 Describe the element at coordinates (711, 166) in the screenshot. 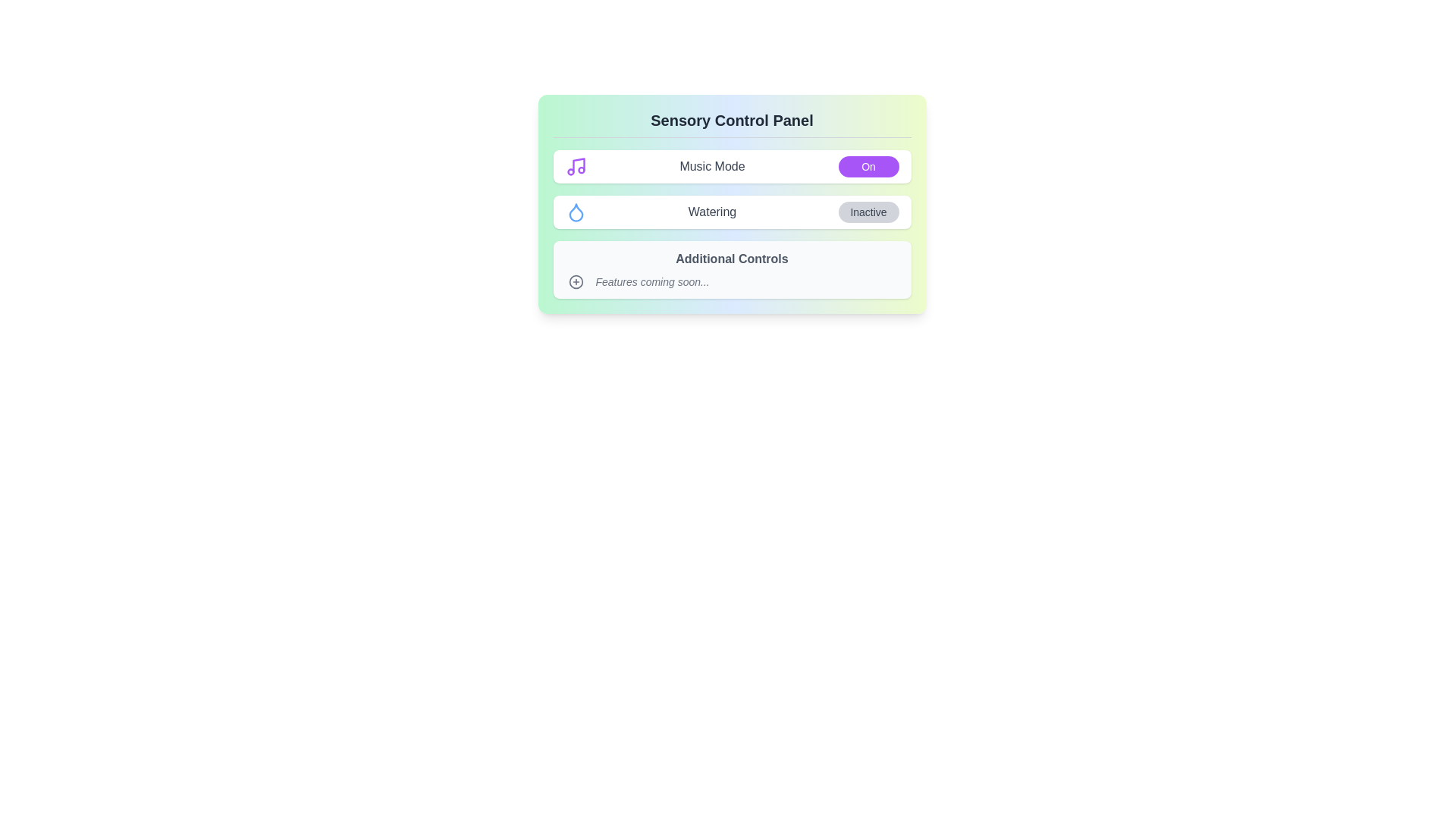

I see `the 'Music Mode' label in the Sensory Control Panel, which is located at the top of the interface between the music icon and the toggle button labeled 'On'` at that location.